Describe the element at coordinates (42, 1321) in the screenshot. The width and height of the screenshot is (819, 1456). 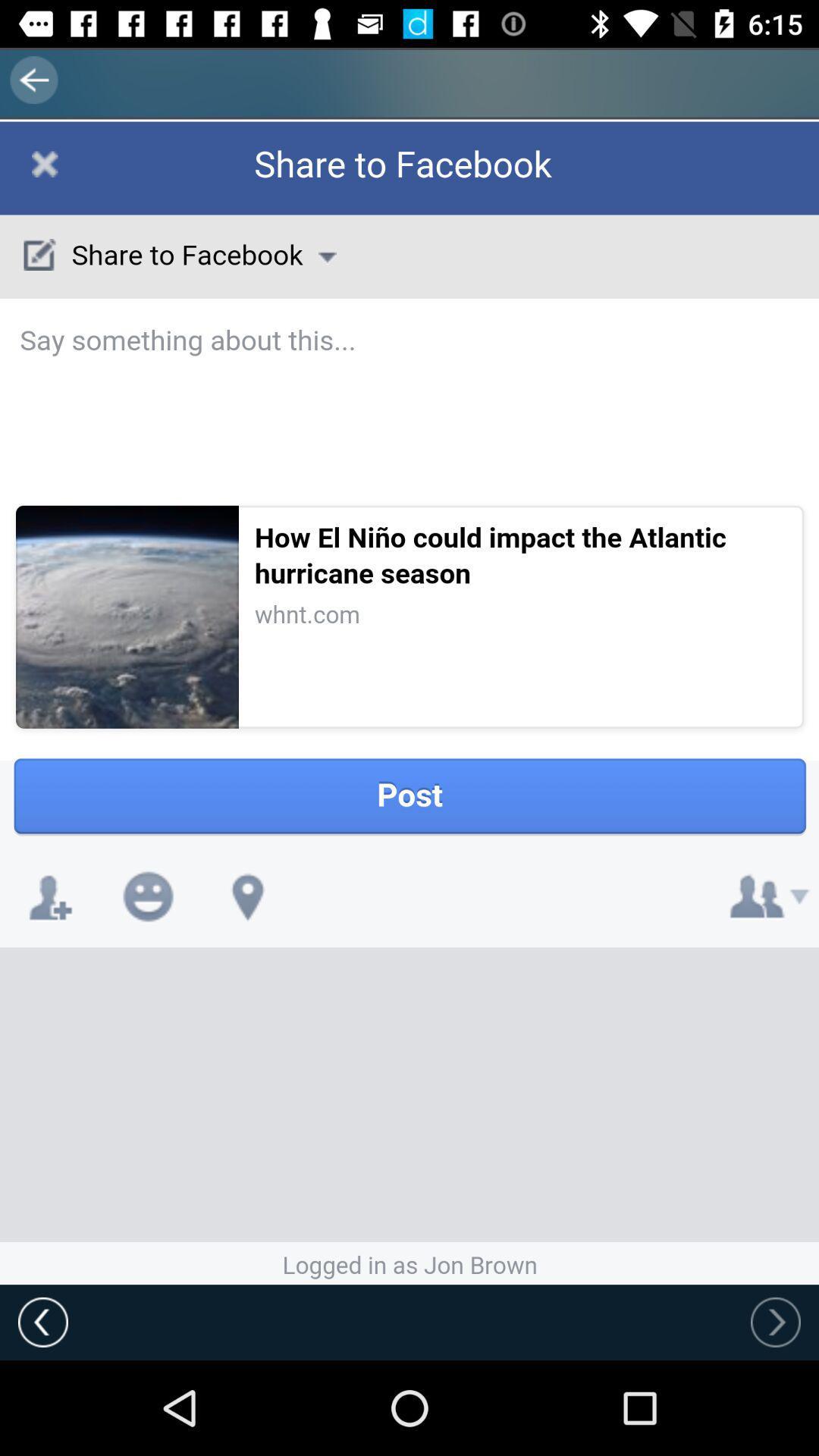
I see `previous` at that location.